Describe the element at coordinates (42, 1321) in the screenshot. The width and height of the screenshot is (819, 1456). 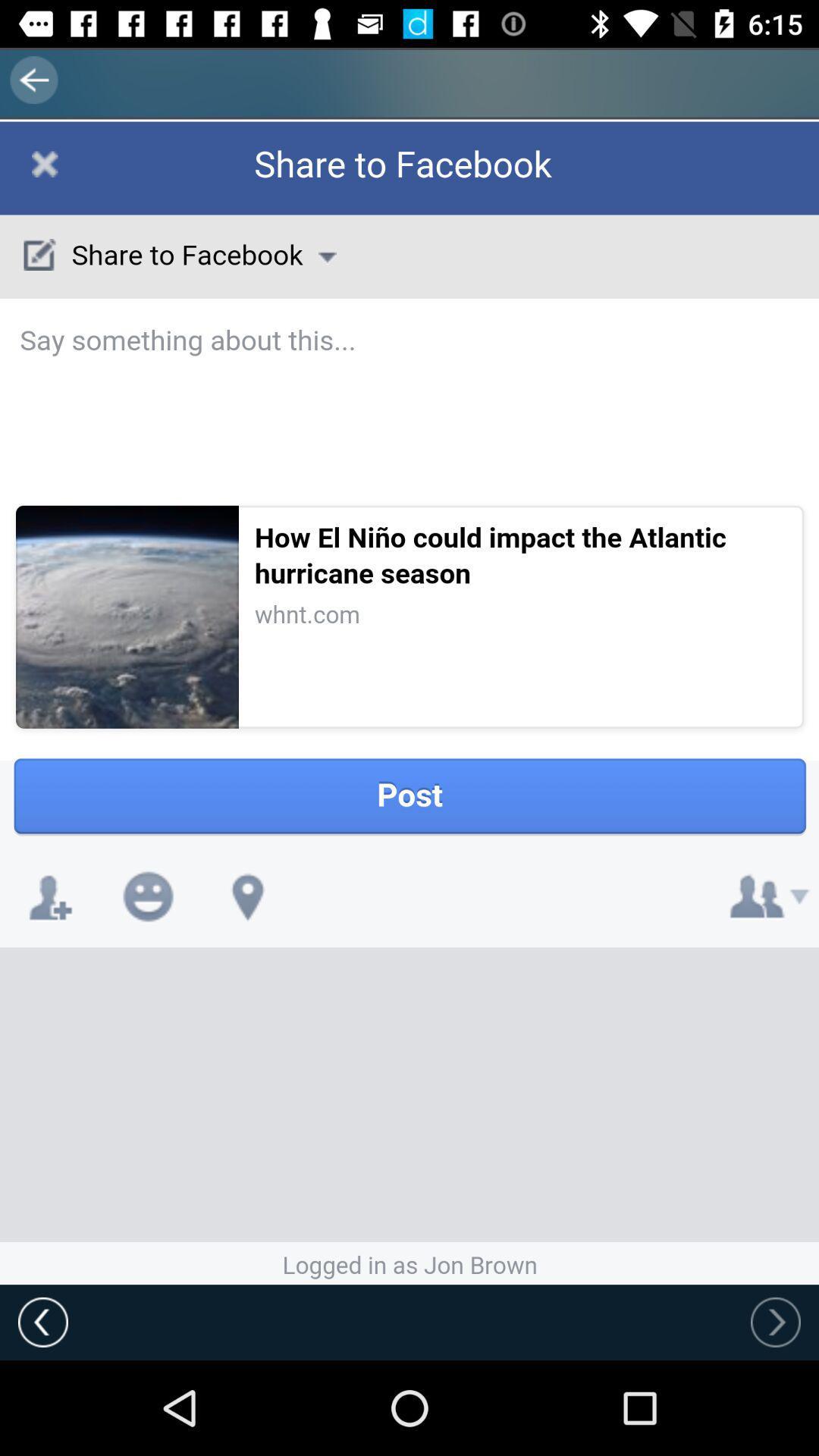
I see `previous` at that location.